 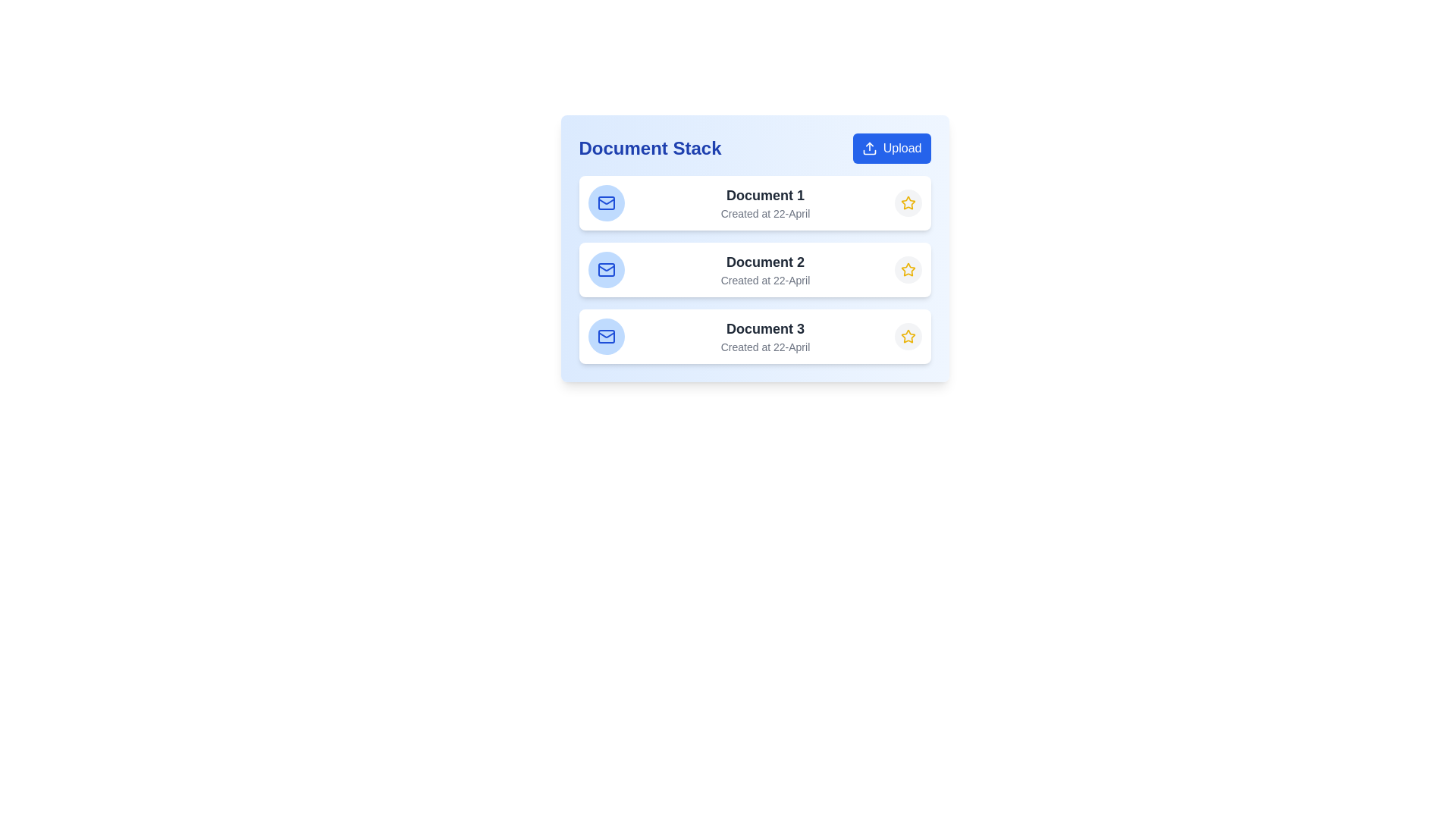 I want to click on the circular light blue icon button with a dark blue mail icon, so click(x=605, y=202).